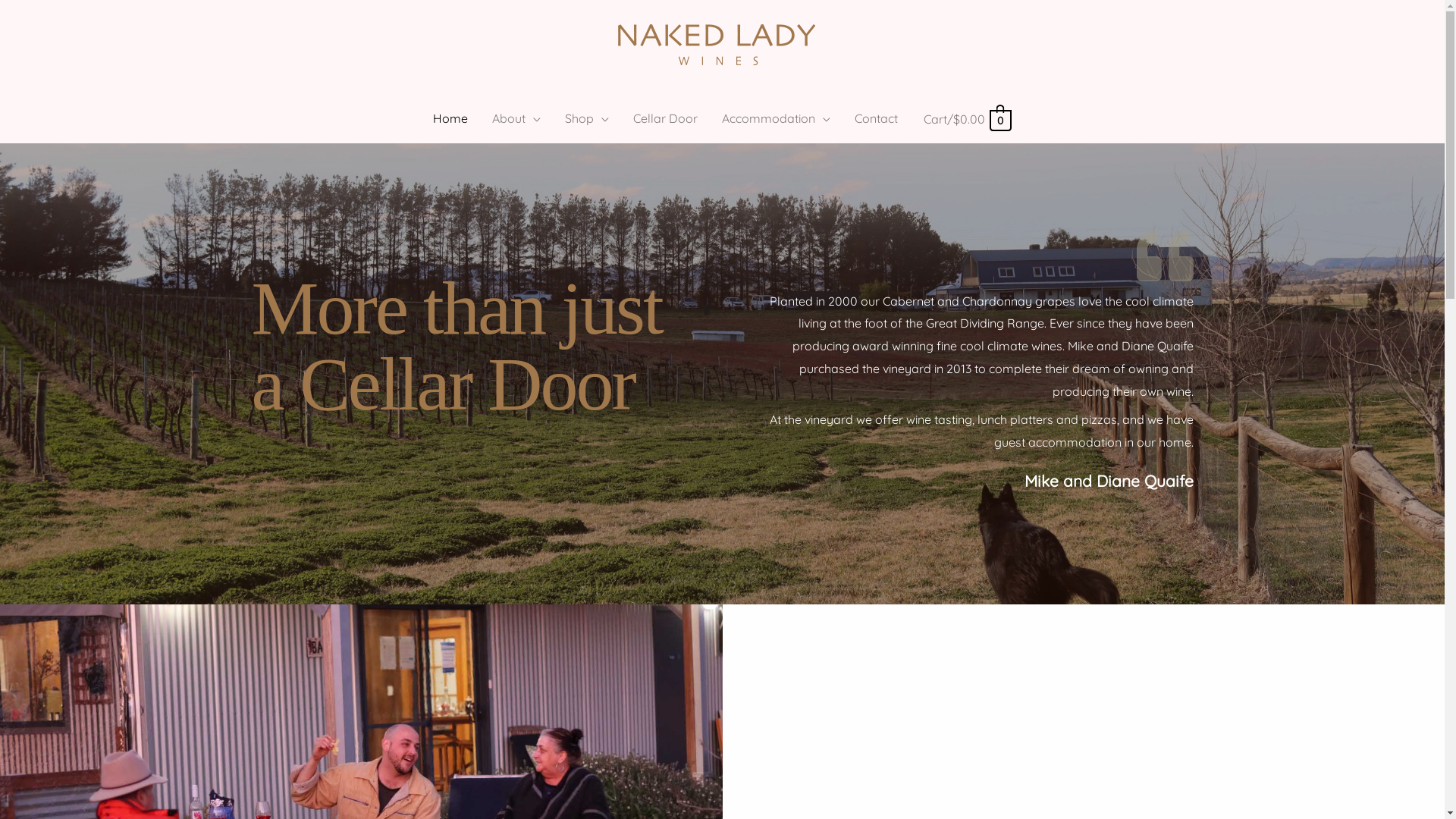  I want to click on 'Shop', so click(552, 117).